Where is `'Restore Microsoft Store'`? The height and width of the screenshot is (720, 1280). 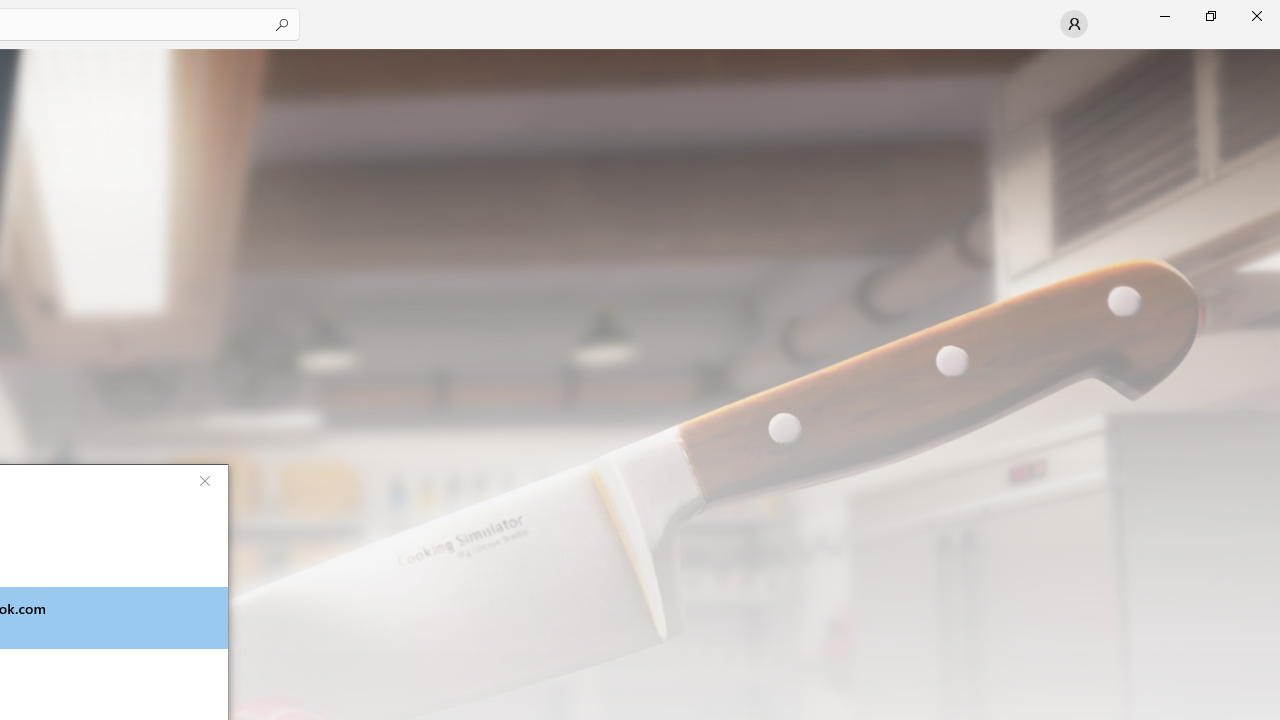 'Restore Microsoft Store' is located at coordinates (1209, 15).